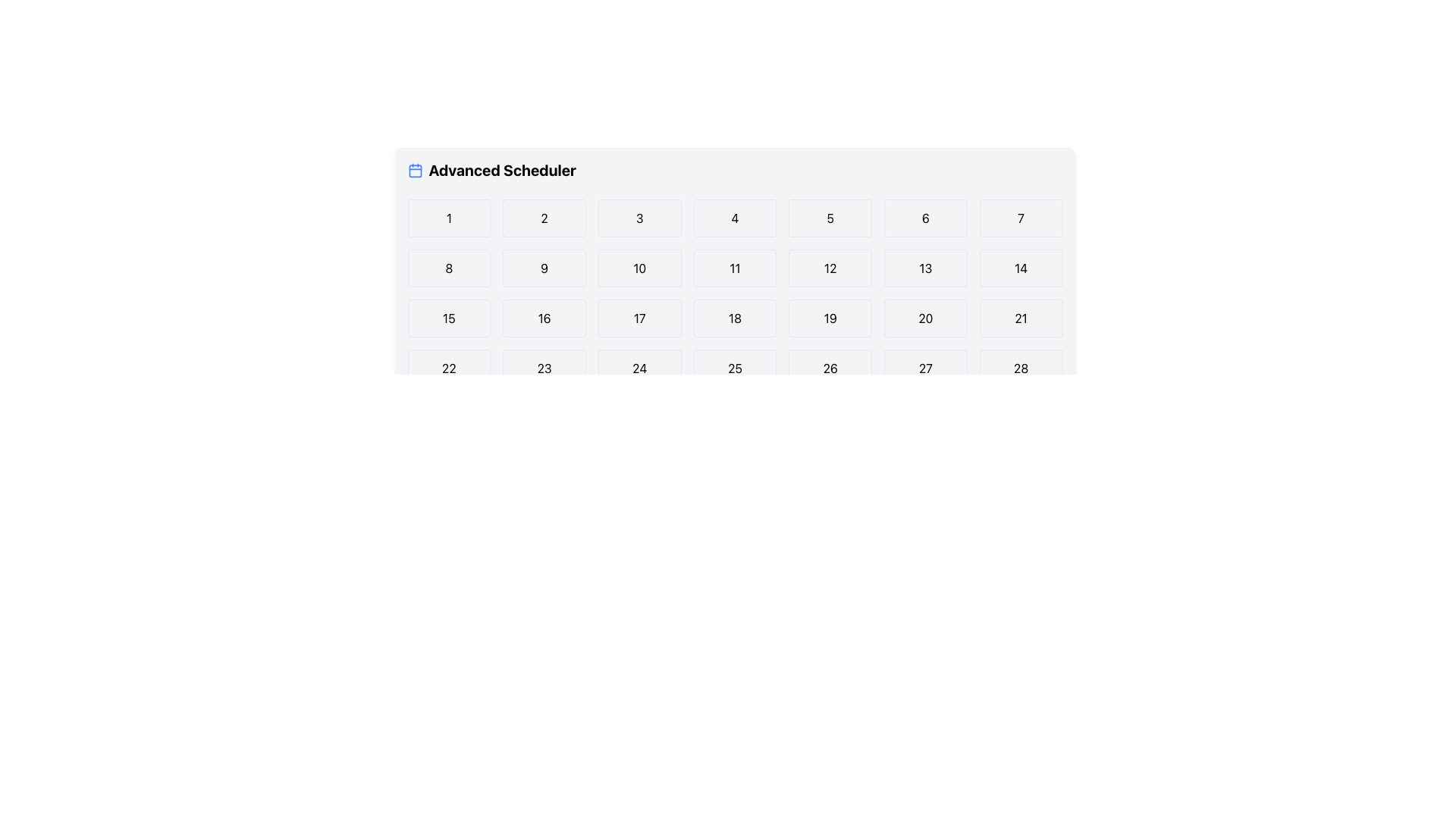 The width and height of the screenshot is (1456, 819). I want to click on the button displaying the number '19' in a black, bold font on a light-gray rounded rectangle, so click(830, 318).